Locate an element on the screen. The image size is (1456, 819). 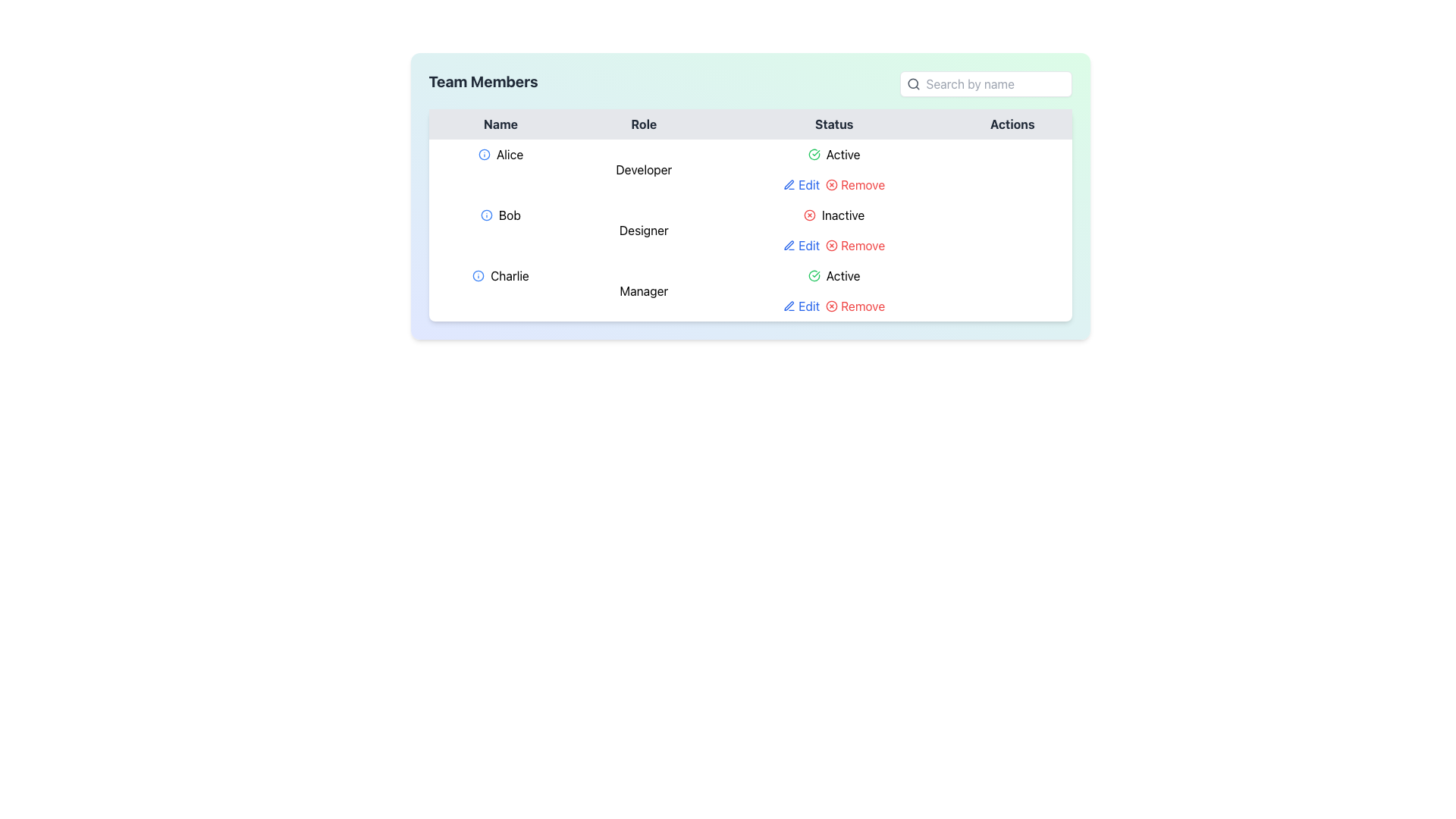
the static text 'Alice' displayed in the 'Name' column of the 'Team Members' table, which is the first entry in that column and features a blue circular icon with an information symbol is located at coordinates (500, 155).